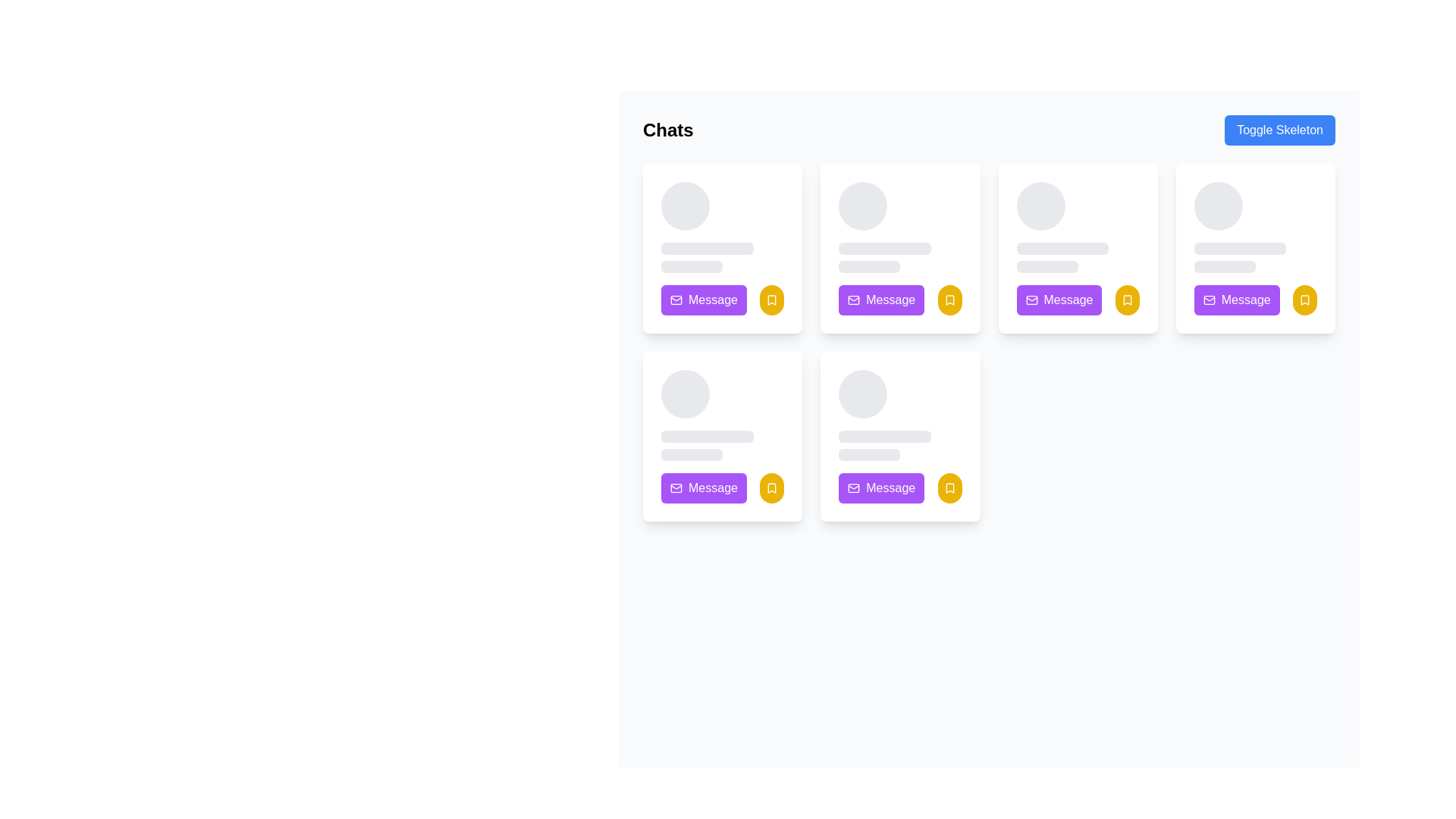  I want to click on the small purple and white envelope icon located immediately to the left of the purple 'Message' button to interact with it, so click(854, 300).